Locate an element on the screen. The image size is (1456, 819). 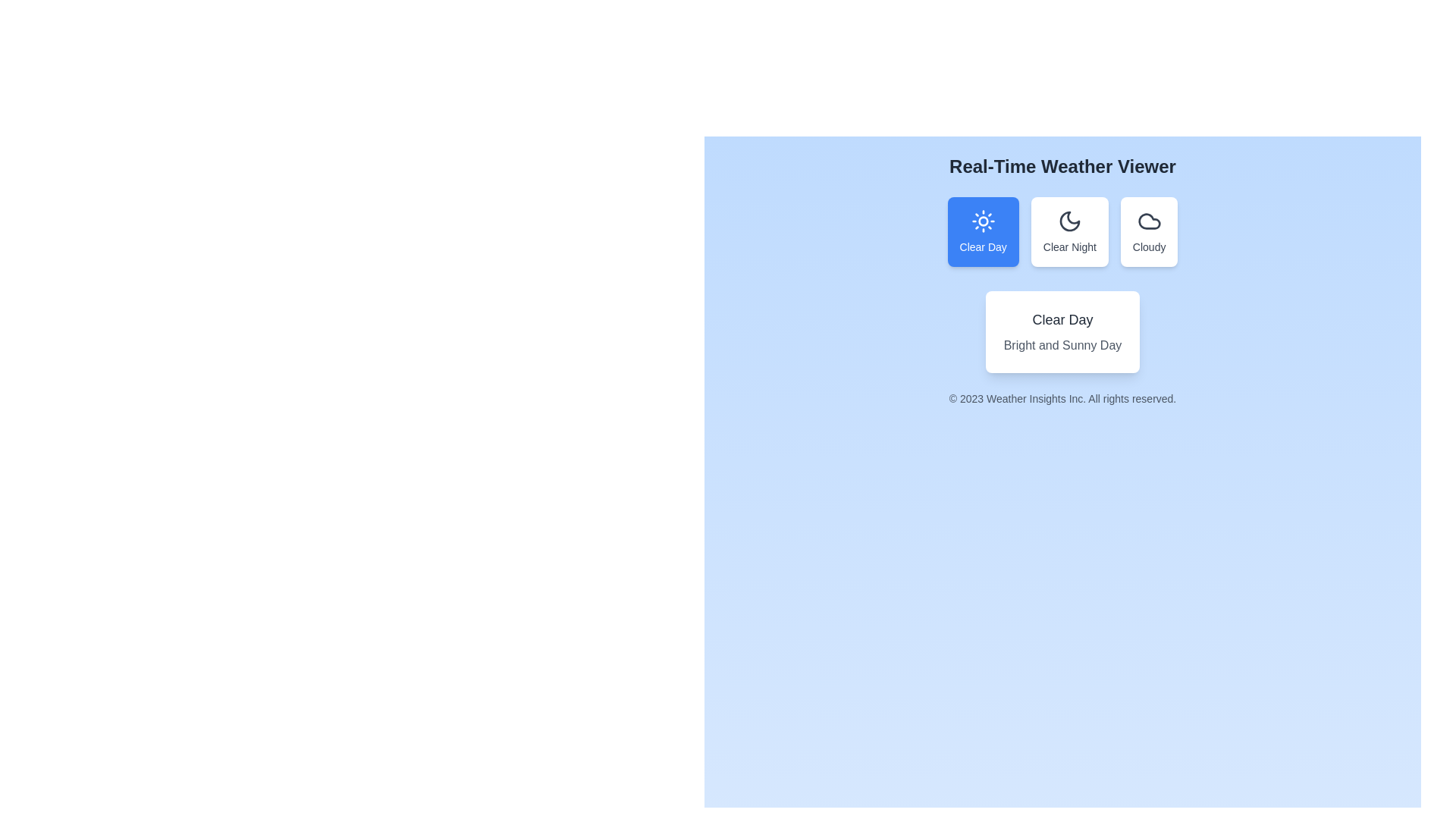
the crescent moon-shaped icon, which is dark gray and located in the upper half of the 'Clear Night' card, positioned between 'Clear Day' and 'Cloudy' weather cards is located at coordinates (1068, 221).